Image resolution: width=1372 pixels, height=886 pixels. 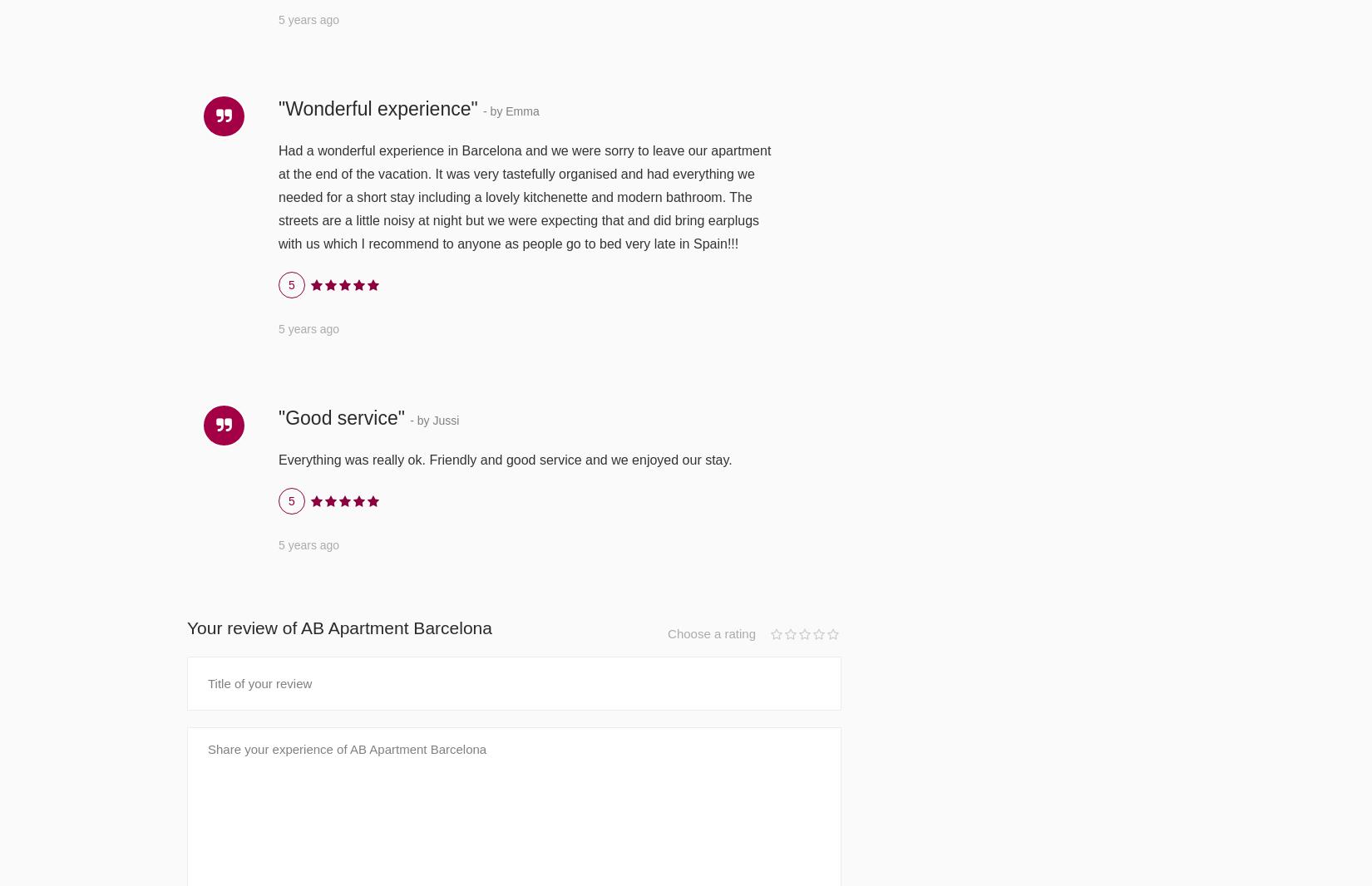 I want to click on 'Had a wonderful experience in Barcelona and we were sorry to leave our apartment at the end of the vacation. It was very tastefully organised and had everything we needed for a short stay including a lovely kitchenette and modern bathroom. The streets are a little noisy at night but we were expecting that and did bring earplugs with us which I recommend to anyone as people go to bed very late in Spain!!!', so click(x=523, y=195).